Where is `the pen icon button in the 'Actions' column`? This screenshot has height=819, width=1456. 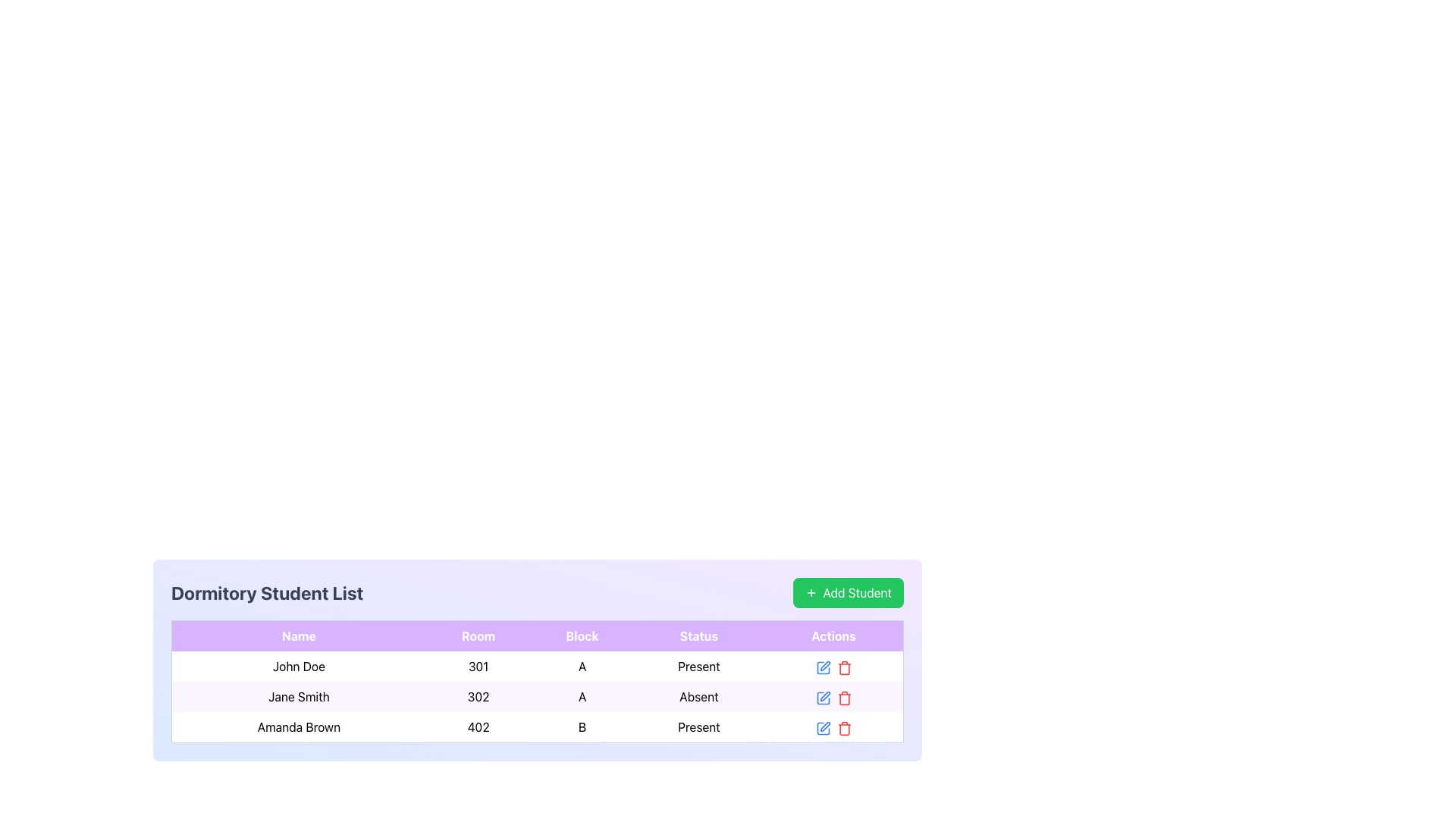
the pen icon button in the 'Actions' column is located at coordinates (822, 667).